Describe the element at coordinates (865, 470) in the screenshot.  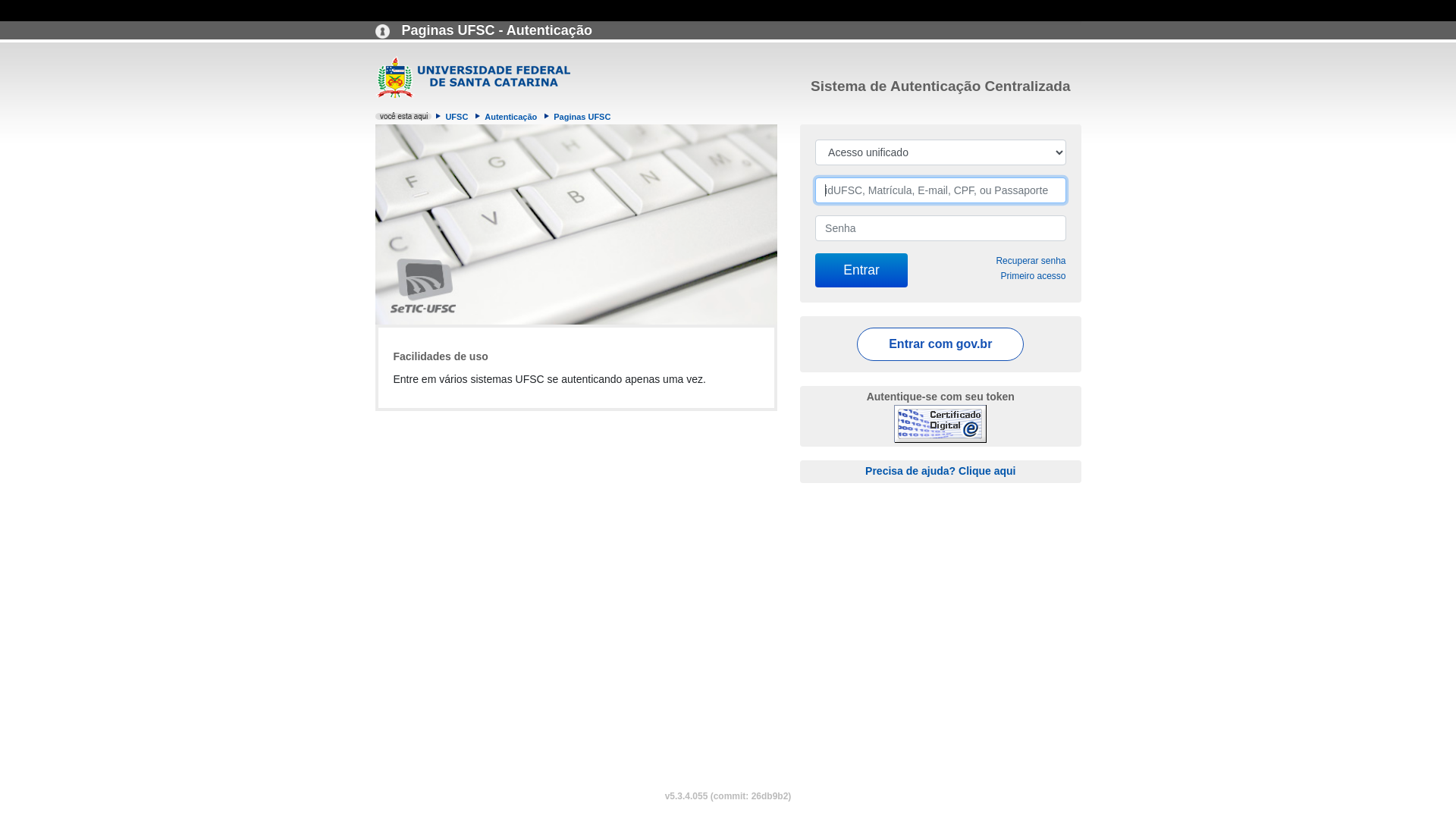
I see `'Precisa de ajuda? Clique aqui'` at that location.